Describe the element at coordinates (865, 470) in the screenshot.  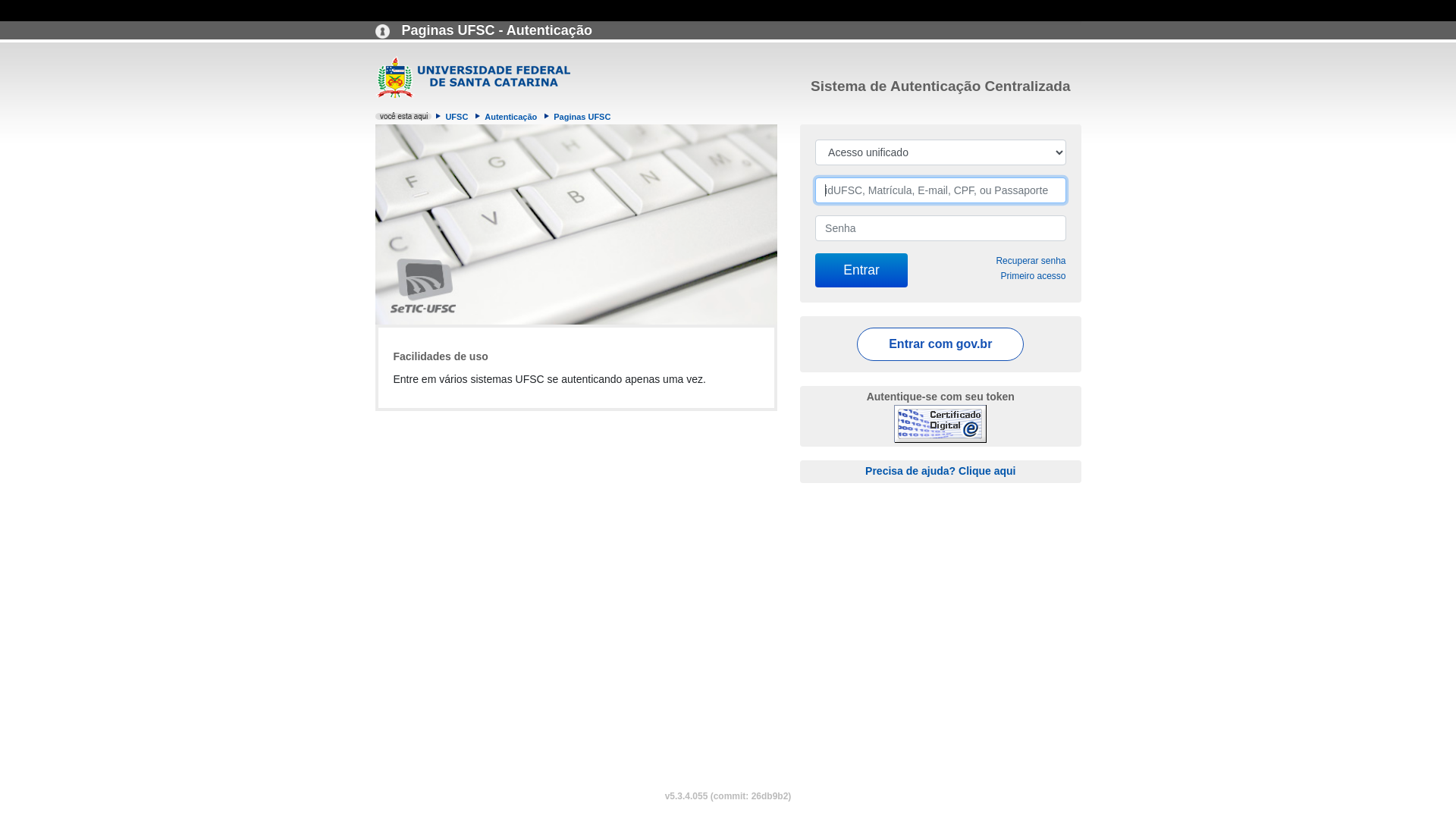
I see `'Precisa de ajuda? Clique aqui'` at that location.